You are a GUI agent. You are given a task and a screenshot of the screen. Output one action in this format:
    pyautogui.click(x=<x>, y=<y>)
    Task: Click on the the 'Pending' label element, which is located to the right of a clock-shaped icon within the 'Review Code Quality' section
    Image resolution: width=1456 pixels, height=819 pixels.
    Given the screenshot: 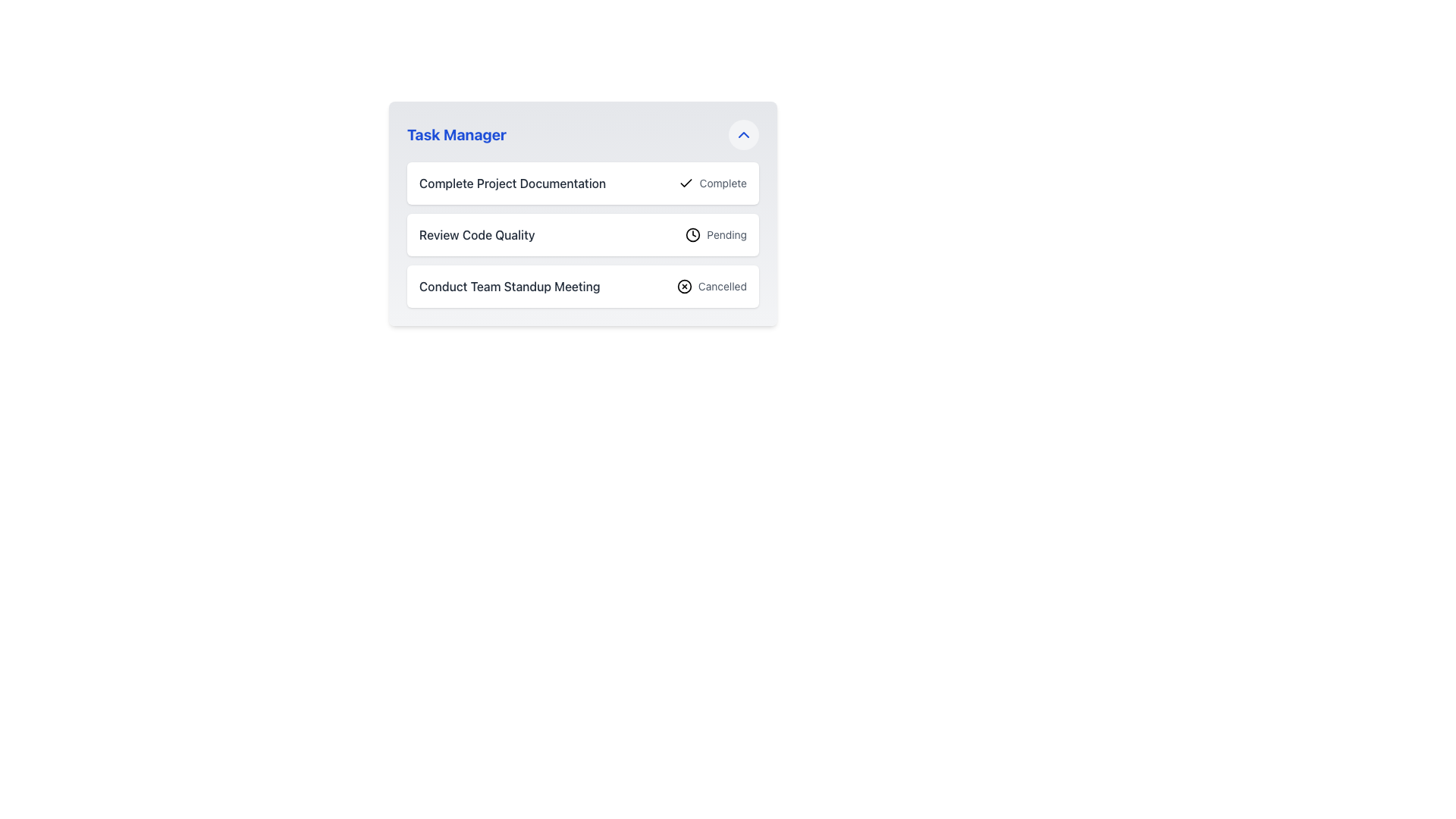 What is the action you would take?
    pyautogui.click(x=715, y=234)
    